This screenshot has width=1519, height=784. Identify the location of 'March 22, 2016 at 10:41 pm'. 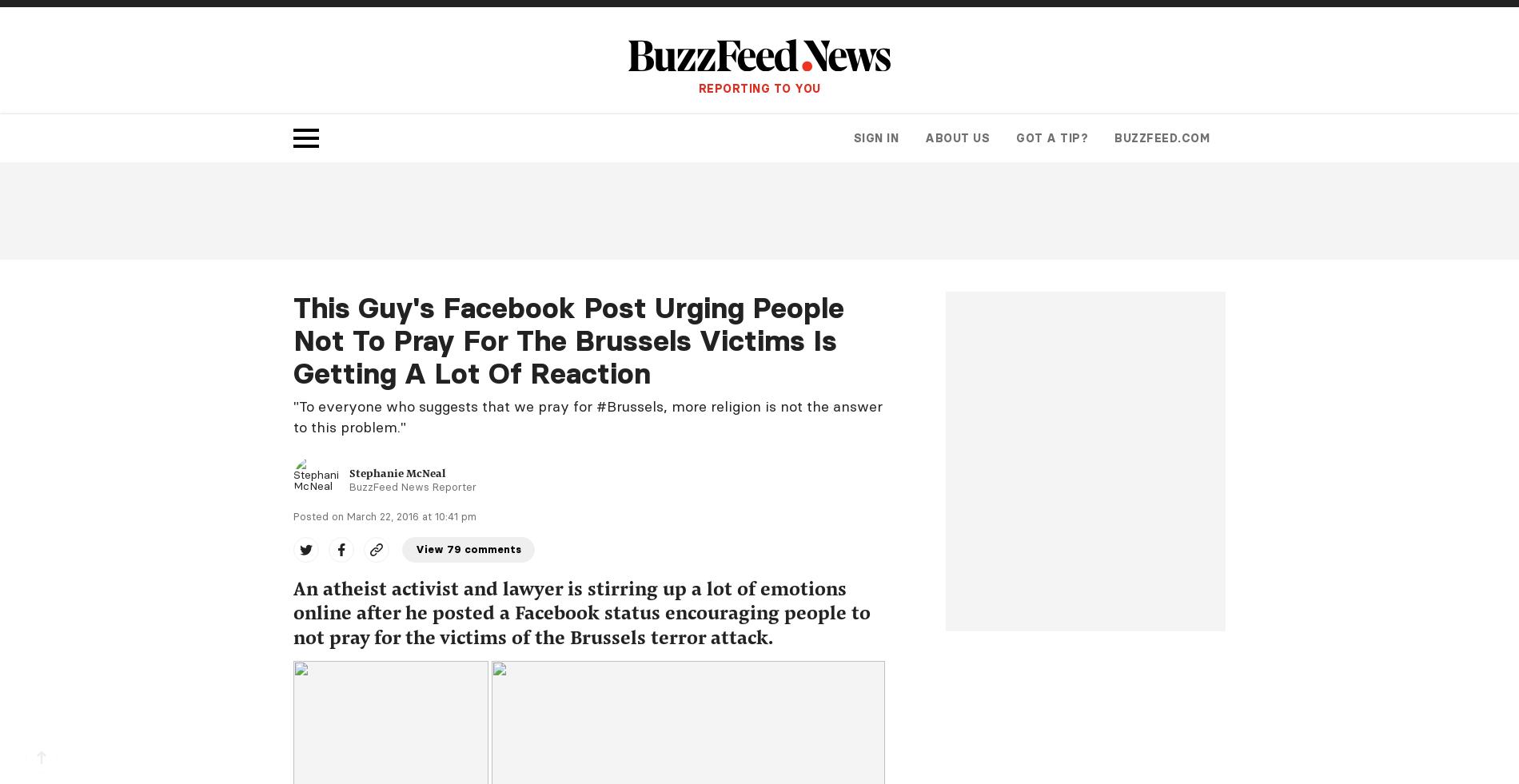
(412, 515).